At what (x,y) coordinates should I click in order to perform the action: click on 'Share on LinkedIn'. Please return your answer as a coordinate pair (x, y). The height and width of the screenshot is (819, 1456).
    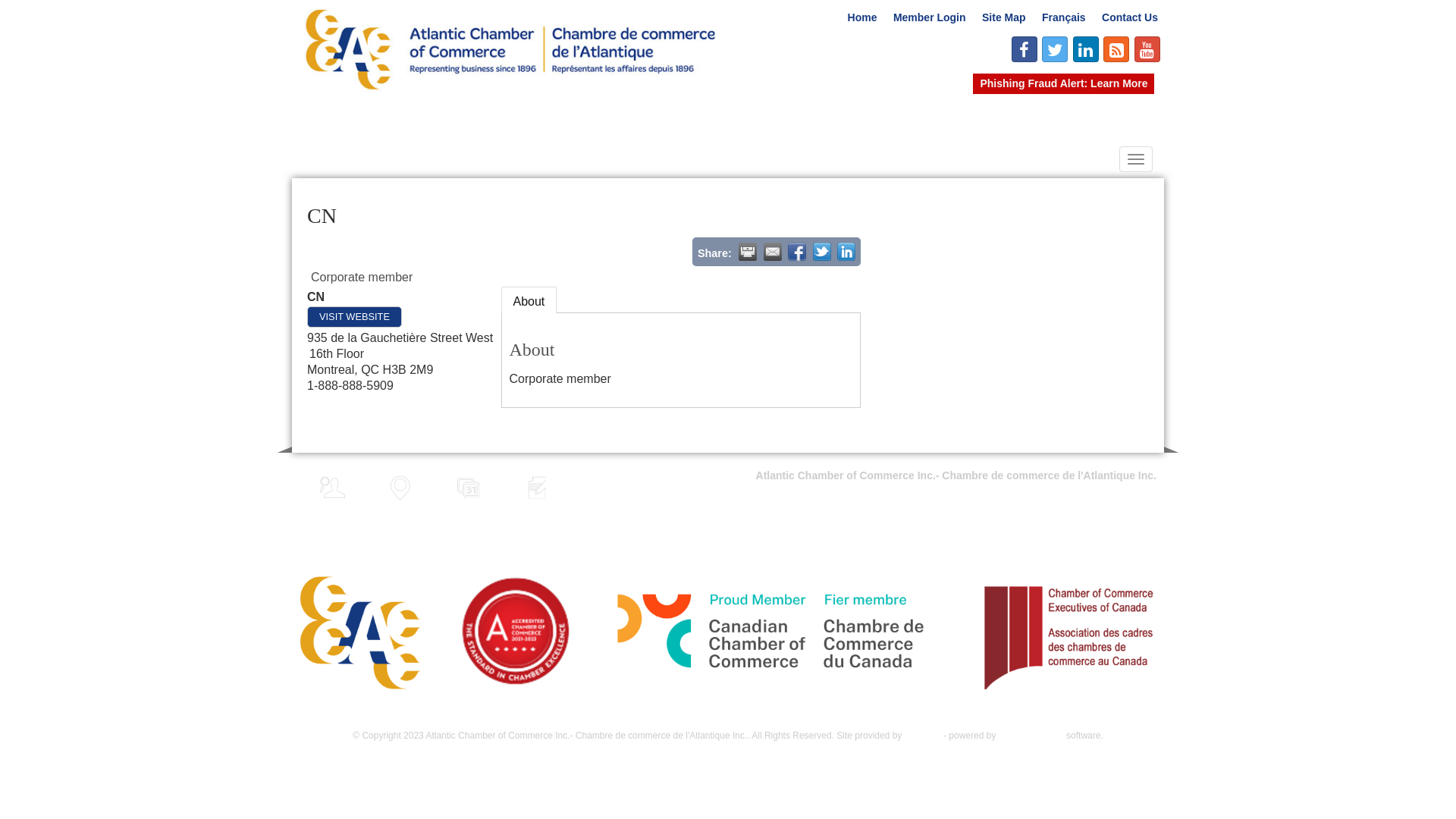
    Looking at the image, I should click on (846, 250).